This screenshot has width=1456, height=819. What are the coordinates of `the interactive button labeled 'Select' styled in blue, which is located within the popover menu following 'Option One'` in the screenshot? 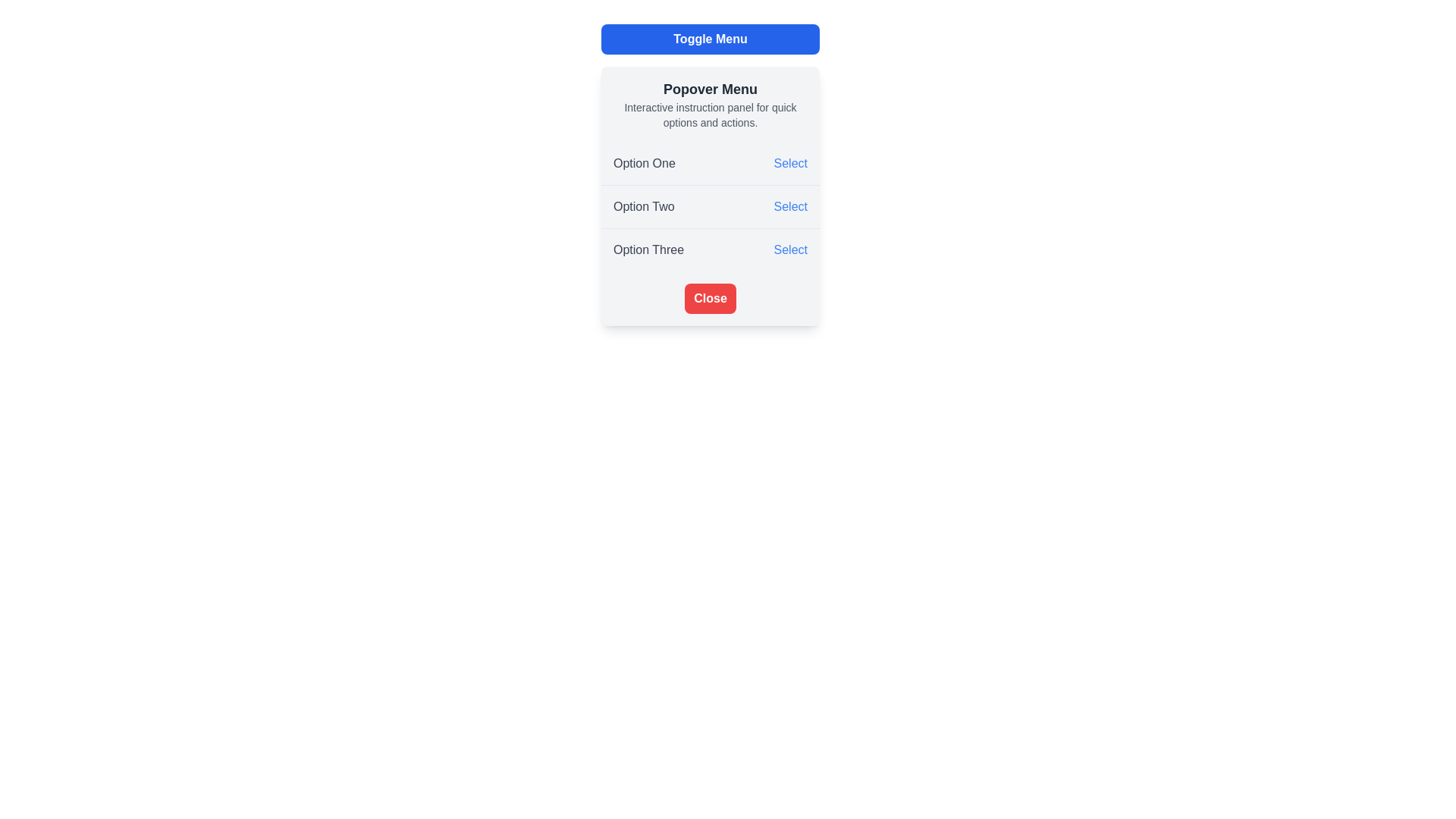 It's located at (789, 164).